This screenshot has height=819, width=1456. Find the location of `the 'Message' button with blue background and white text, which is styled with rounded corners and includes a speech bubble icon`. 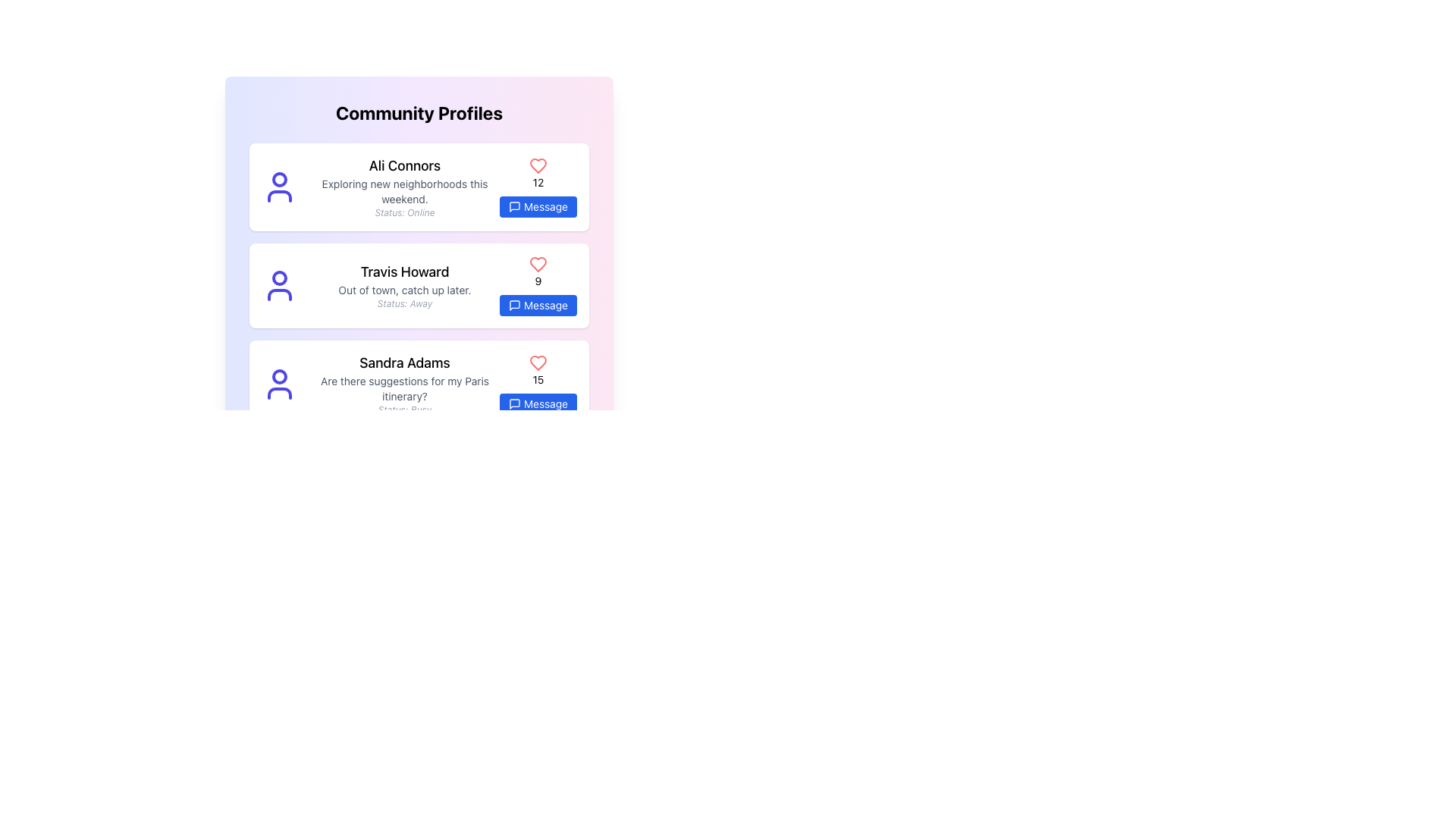

the 'Message' button with blue background and white text, which is styled with rounded corners and includes a speech bubble icon is located at coordinates (538, 403).